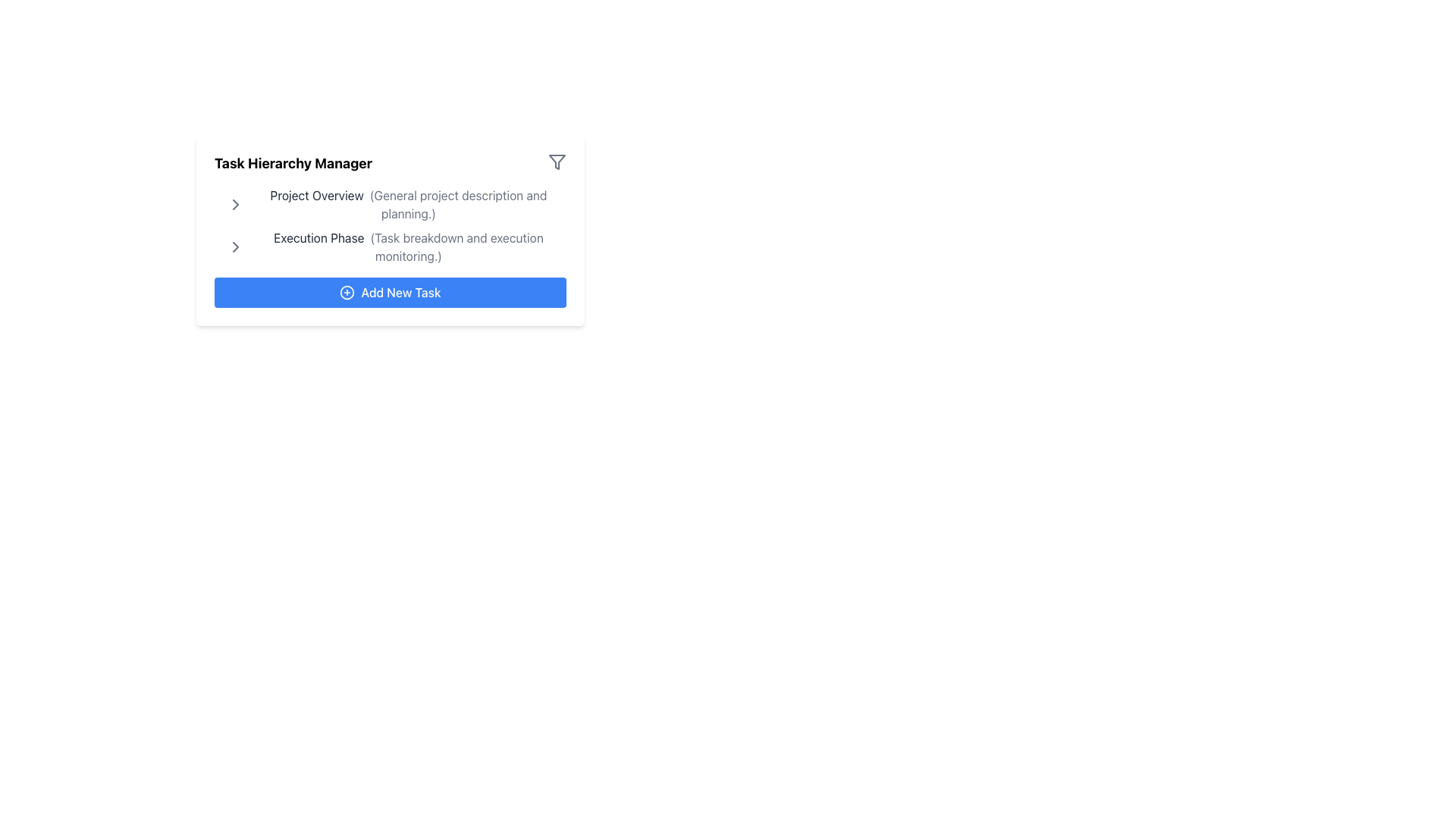 This screenshot has height=819, width=1456. I want to click on the circular icon containing a plus sign within the 'Add New Task' button, so click(347, 292).